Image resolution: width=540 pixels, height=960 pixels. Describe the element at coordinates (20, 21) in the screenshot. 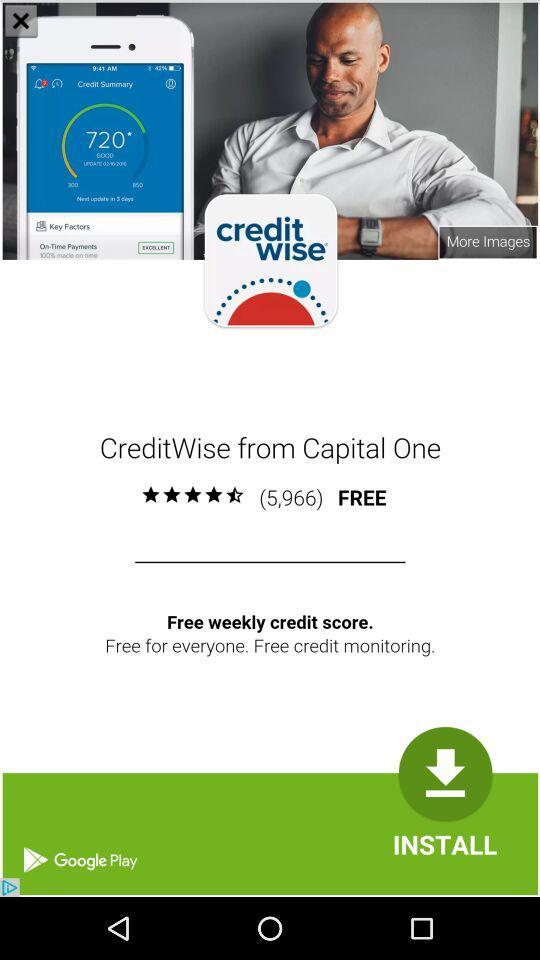

I see `the close icon` at that location.